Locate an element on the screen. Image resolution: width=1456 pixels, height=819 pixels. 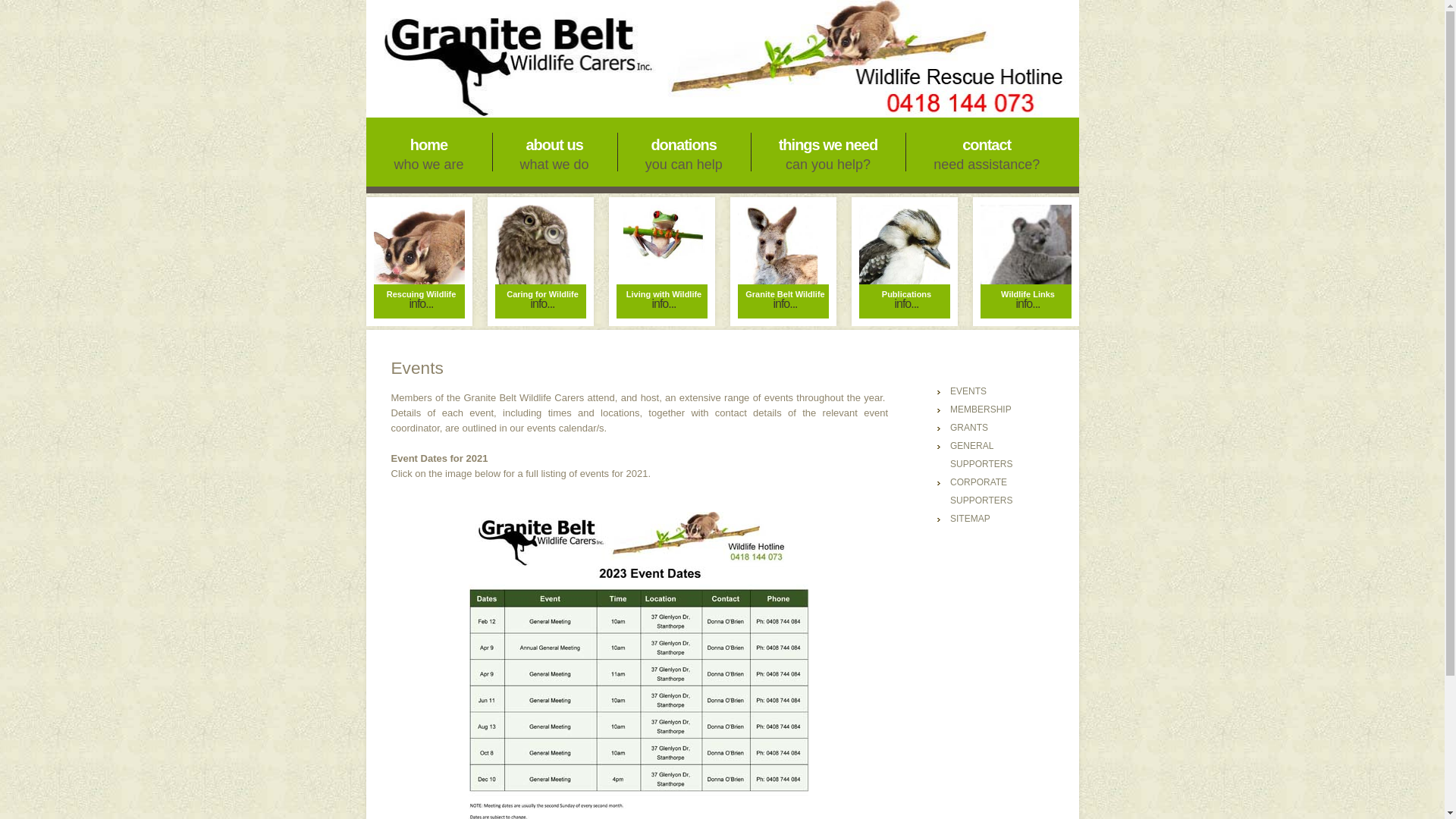
'MEMBERSHIP' is located at coordinates (981, 409).